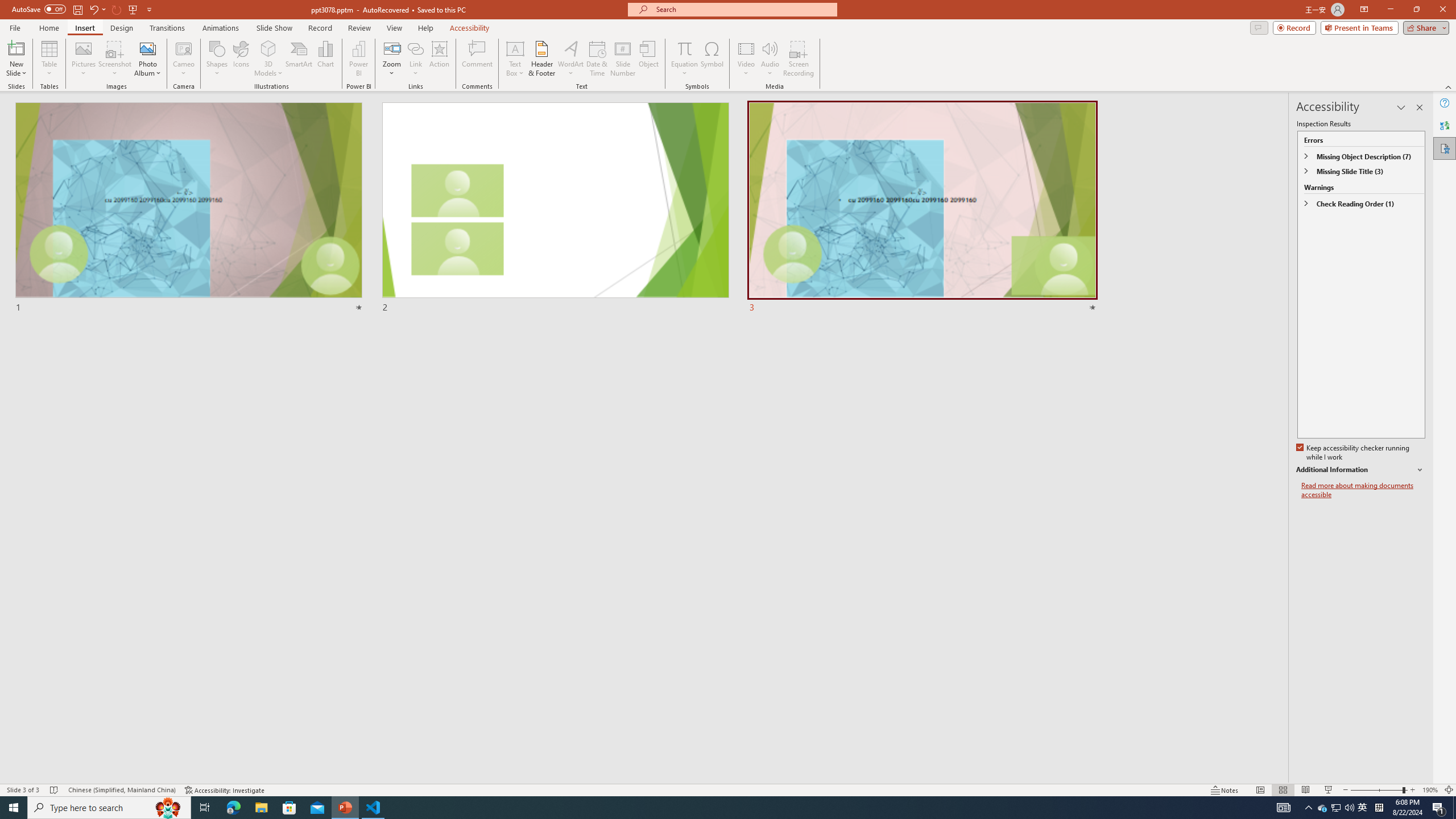 Image resolution: width=1456 pixels, height=819 pixels. I want to click on 'Slide Number', so click(622, 59).